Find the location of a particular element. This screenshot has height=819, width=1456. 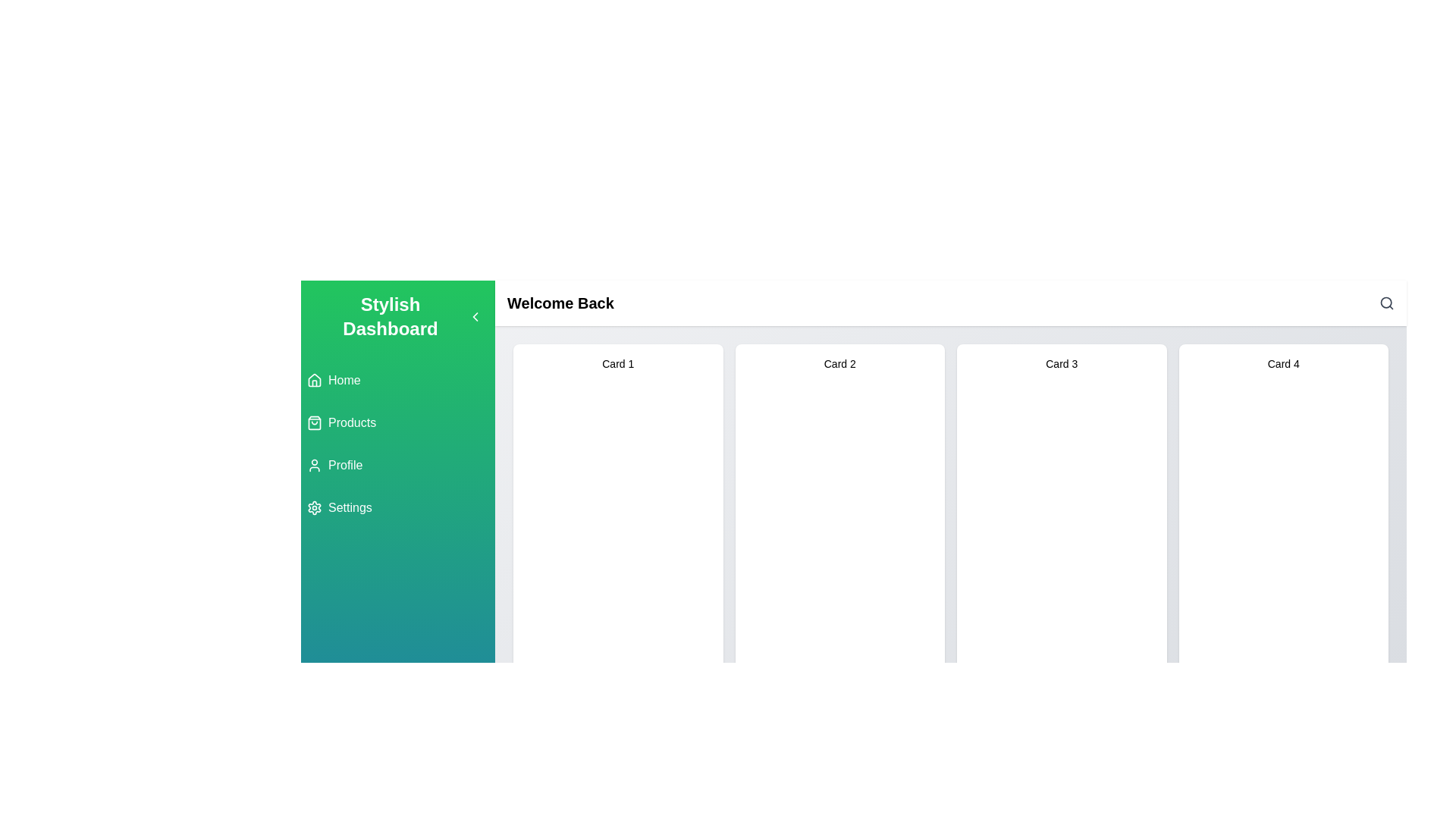

the 'Products' navigation label located in the sidebar, which is the second item below 'Home' and above 'Profile' is located at coordinates (351, 423).